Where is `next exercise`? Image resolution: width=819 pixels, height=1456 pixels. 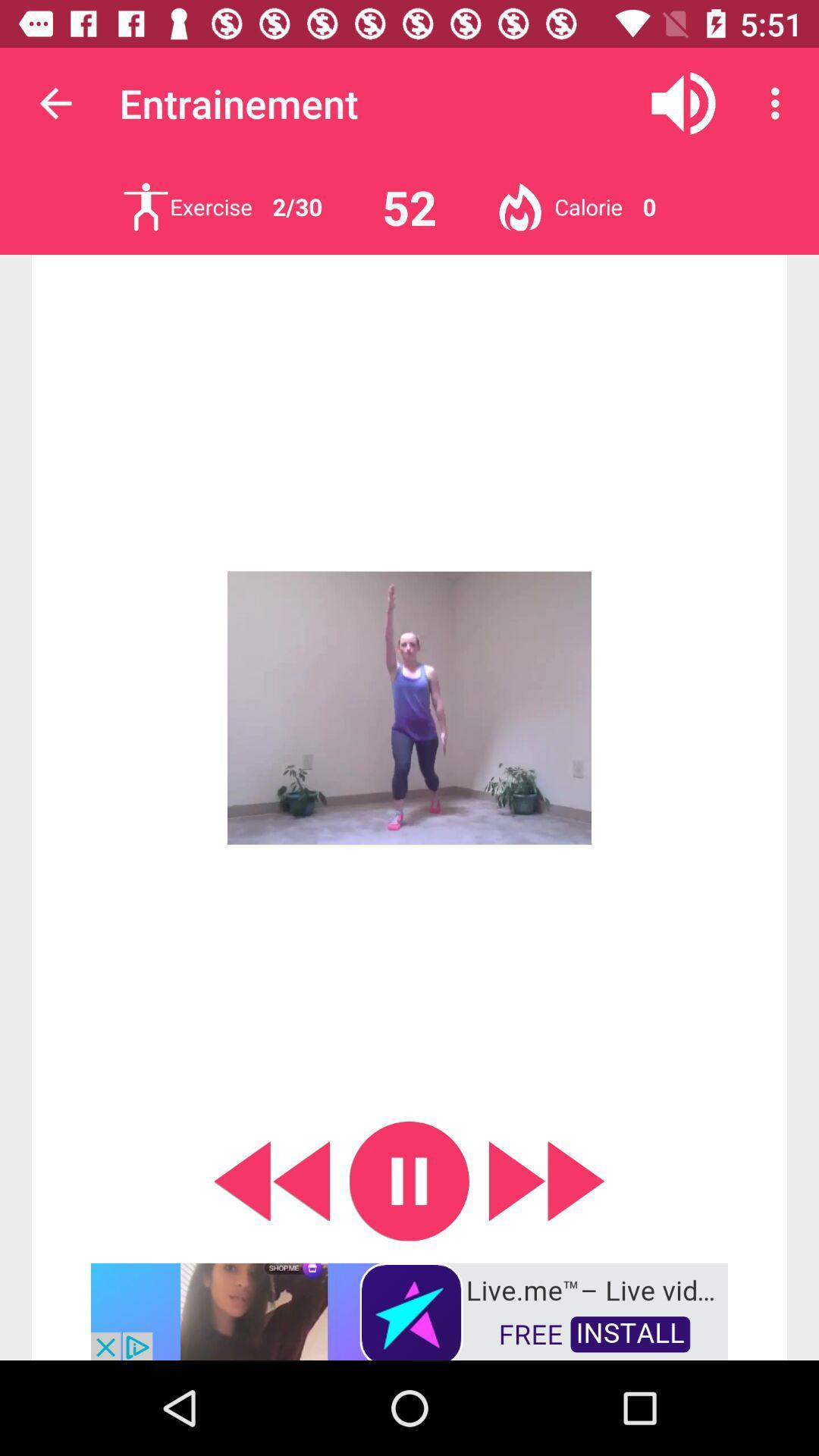
next exercise is located at coordinates (547, 1180).